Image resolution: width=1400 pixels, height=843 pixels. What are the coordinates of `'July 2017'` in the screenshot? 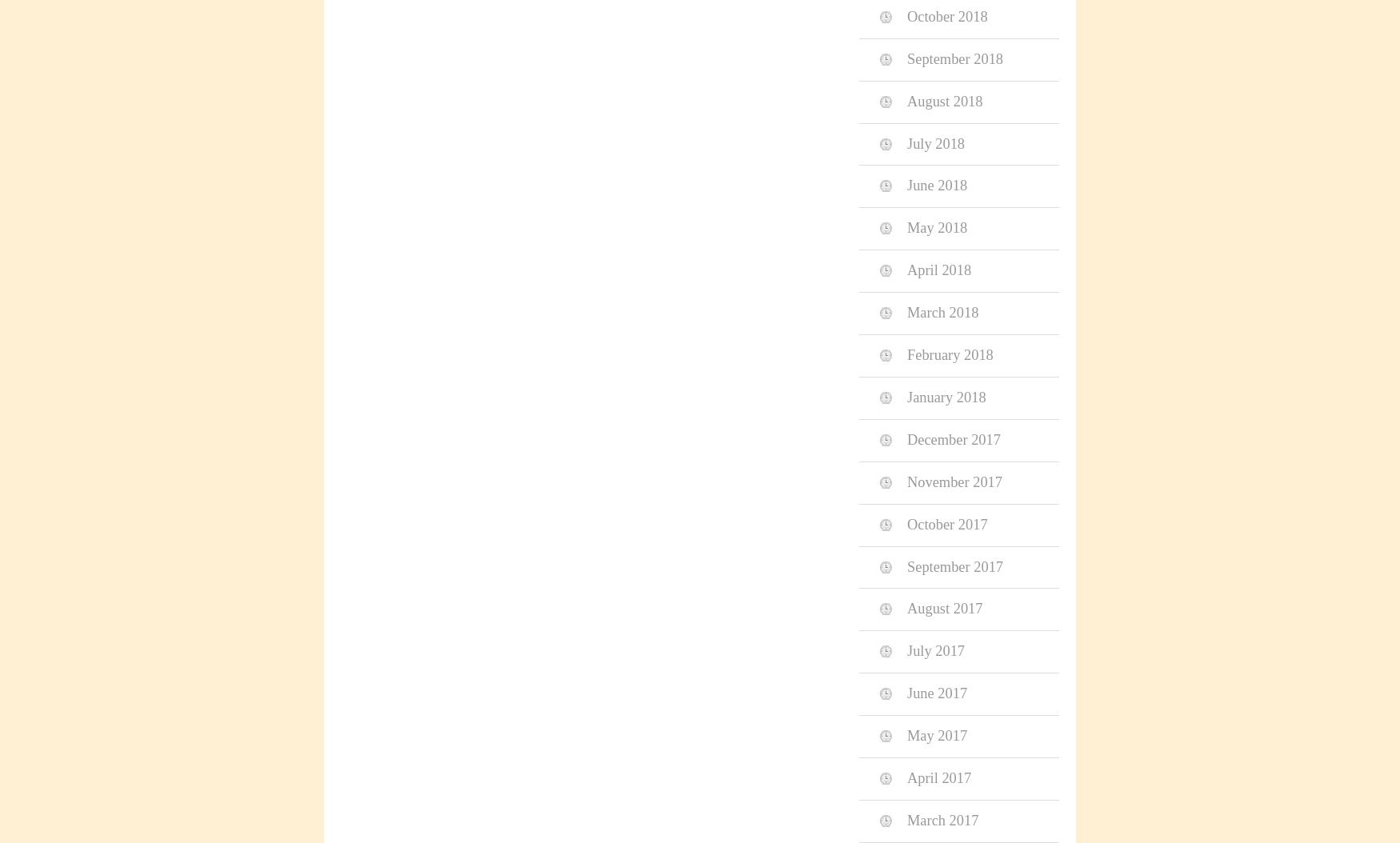 It's located at (906, 650).